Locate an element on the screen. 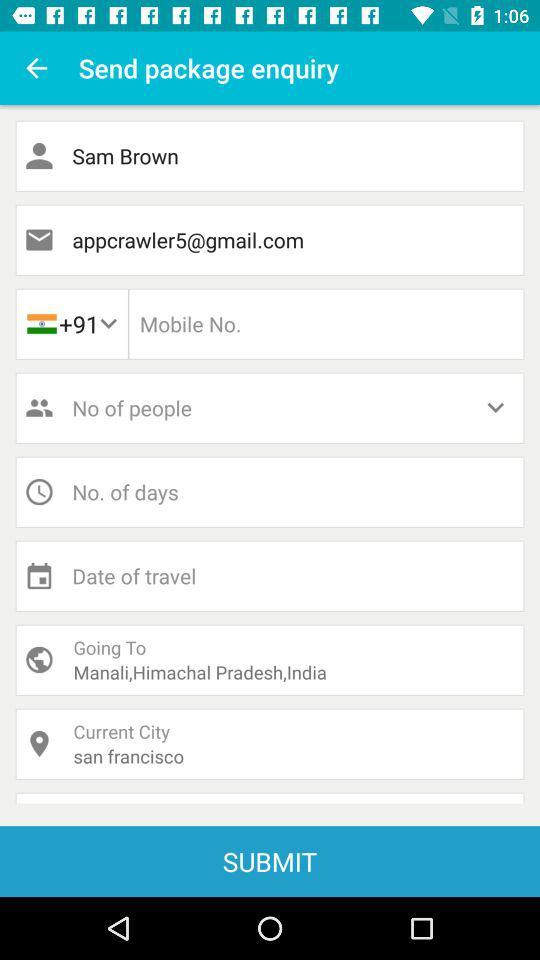  phone number is located at coordinates (326, 324).